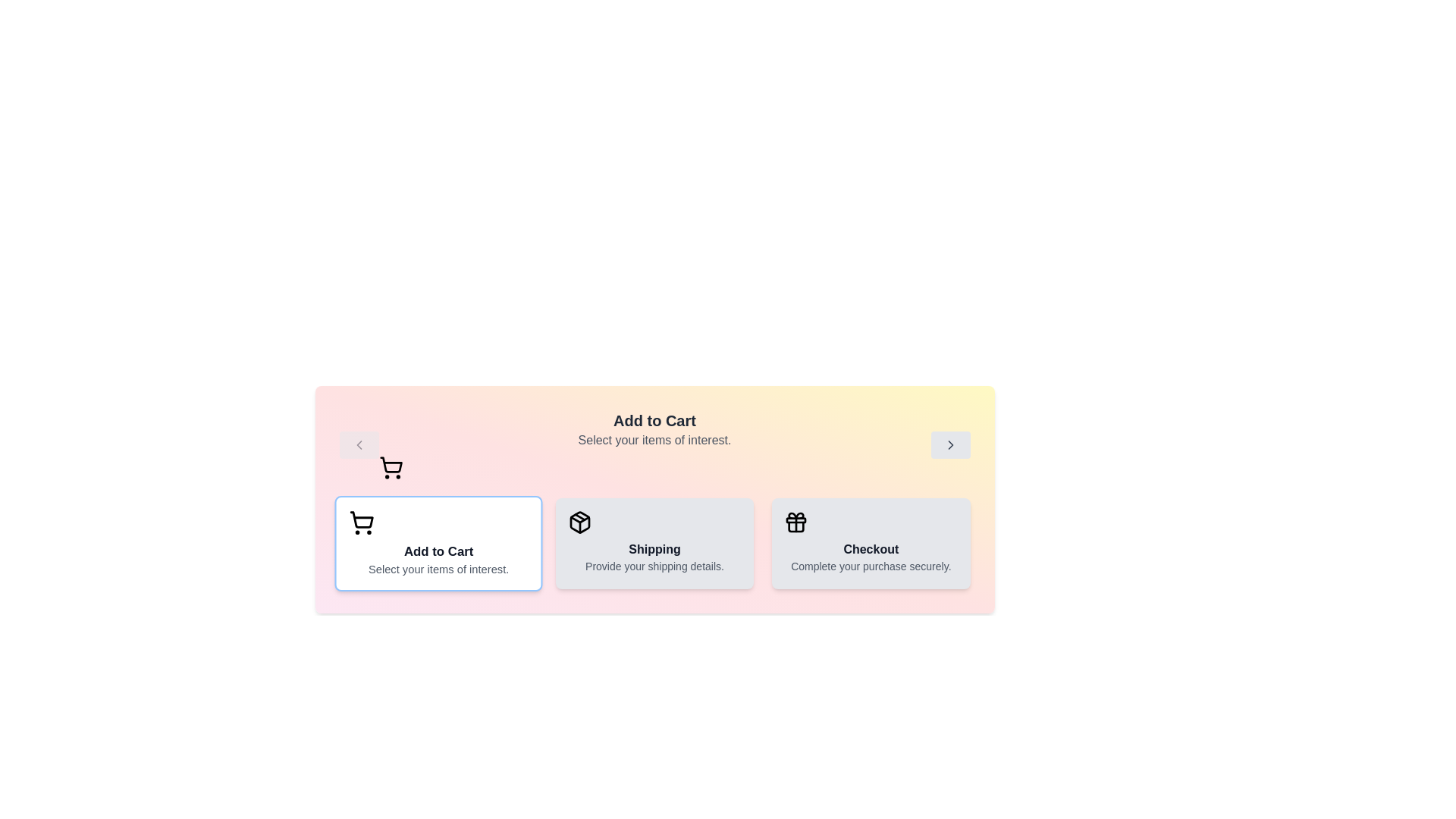 This screenshot has height=819, width=1456. What do you see at coordinates (358, 444) in the screenshot?
I see `the navigation button located in the 'Add to Cart' section, which allows users to switch to a previous step or page` at bounding box center [358, 444].